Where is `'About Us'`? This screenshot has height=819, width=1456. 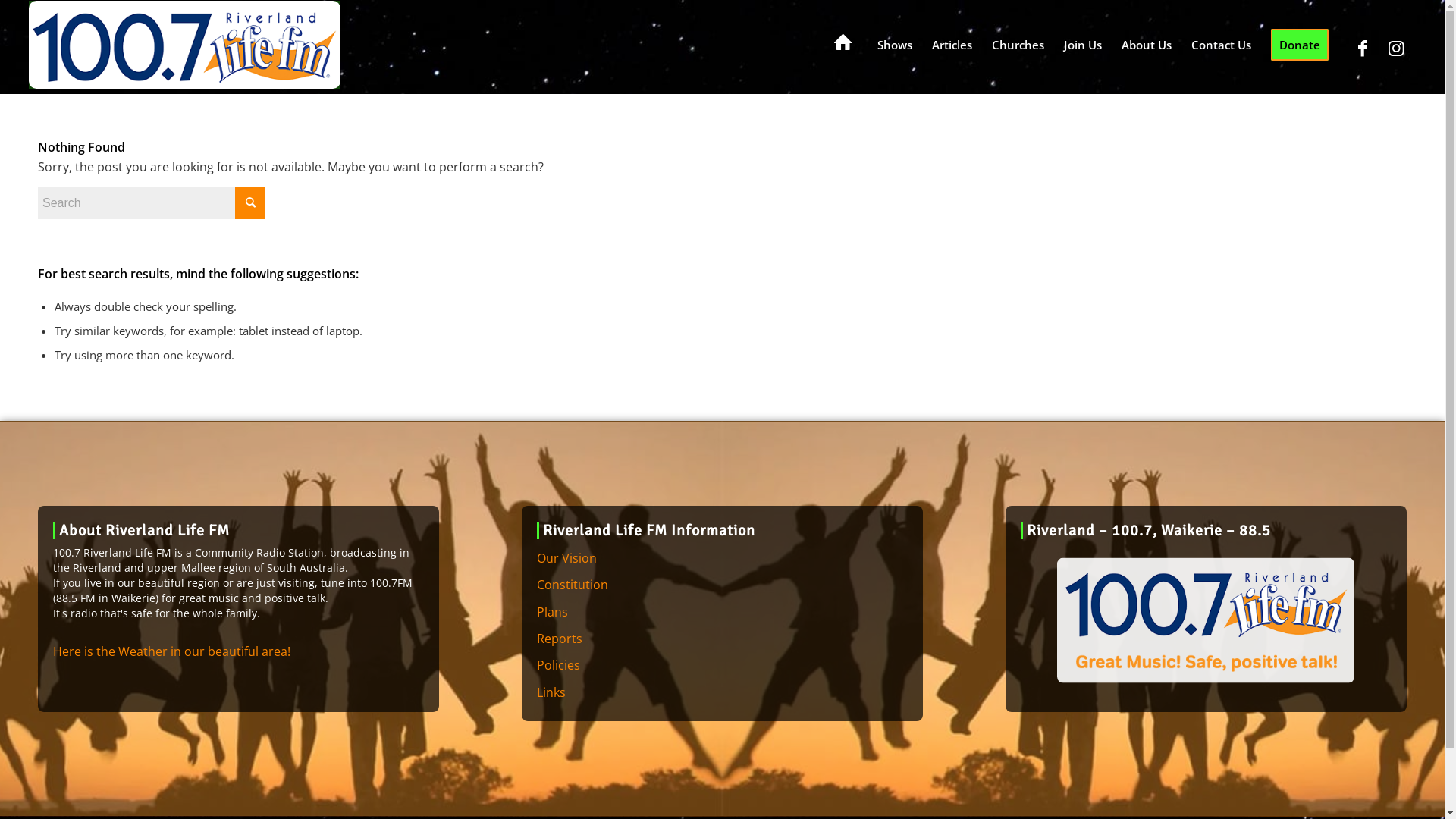
'About Us' is located at coordinates (1147, 43).